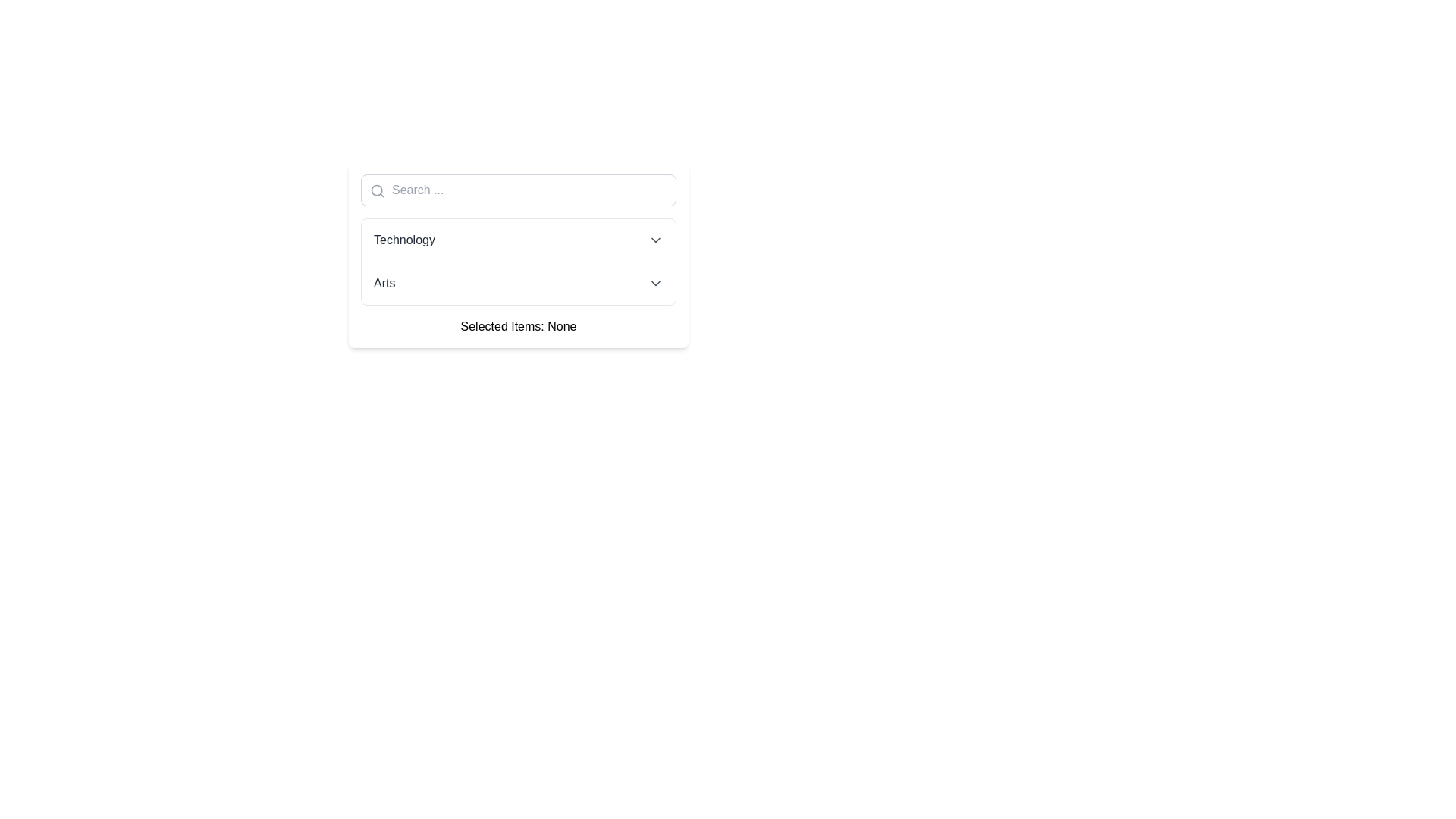 The image size is (1456, 819). I want to click on the chevron-down SVG icon located to the right of the 'Technology' dropdown, so click(655, 239).